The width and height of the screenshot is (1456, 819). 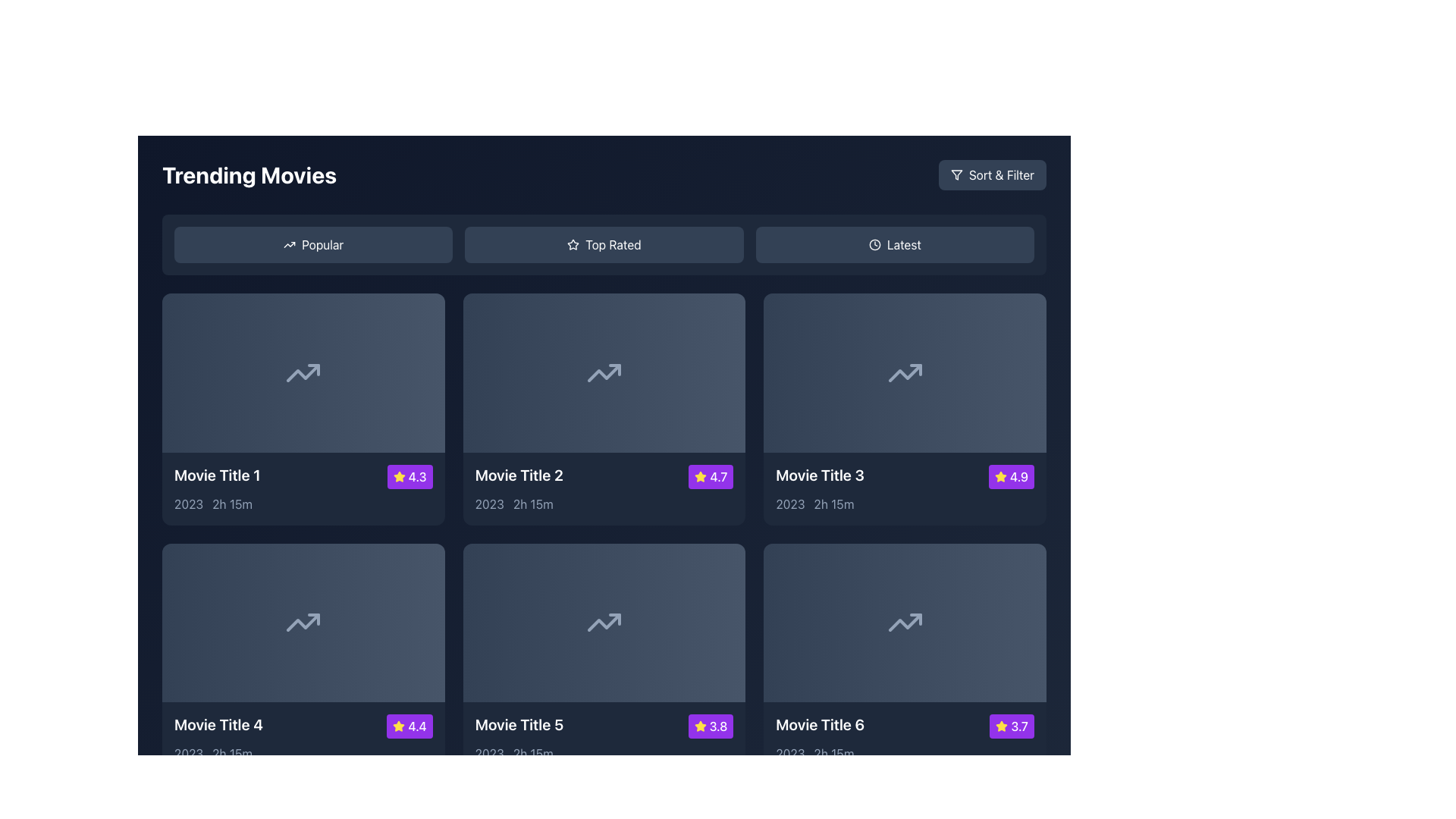 What do you see at coordinates (603, 488) in the screenshot?
I see `the informational card displaying movie details located in the second column of the first row of the grid, below the 'Top Rated' tab` at bounding box center [603, 488].